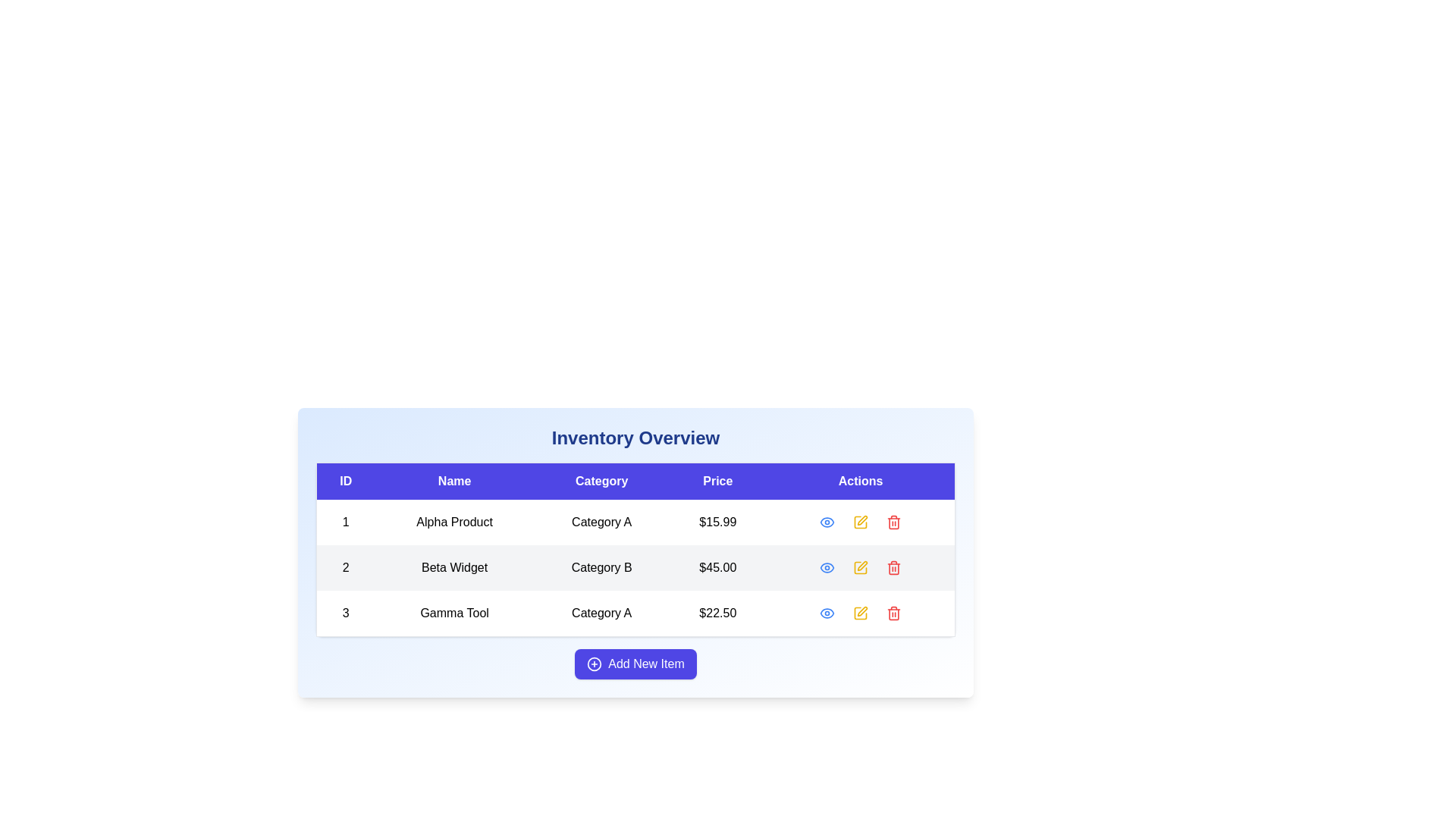 This screenshot has width=1456, height=819. What do you see at coordinates (861, 613) in the screenshot?
I see `the 'Edit' button for the 'Gamma Tool' entry in the inventory table to initiate editing` at bounding box center [861, 613].